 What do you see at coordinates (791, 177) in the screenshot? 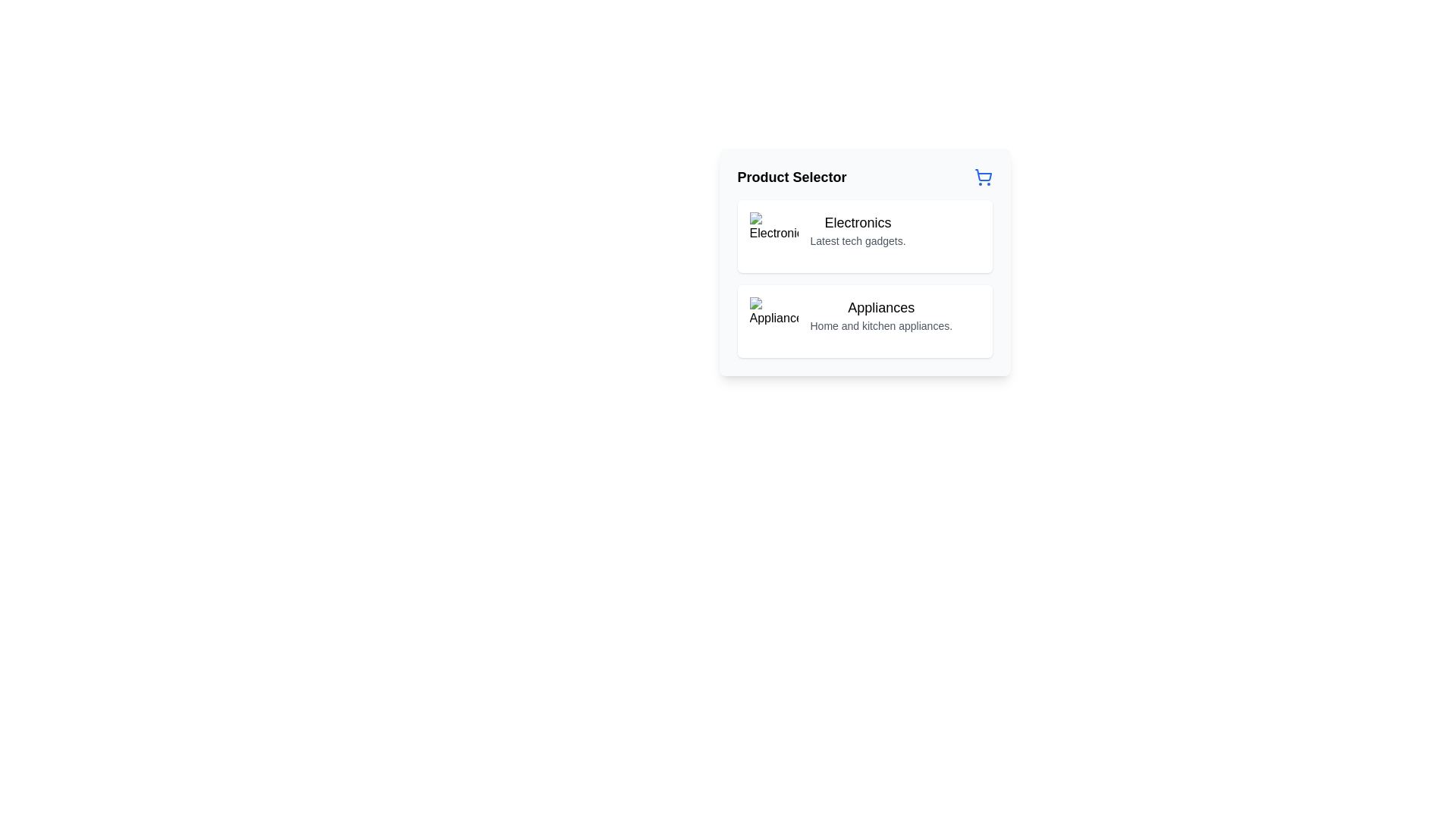
I see `the header text label that provides context for the surrounding section, located on the left side next to the shopping cart icon` at bounding box center [791, 177].